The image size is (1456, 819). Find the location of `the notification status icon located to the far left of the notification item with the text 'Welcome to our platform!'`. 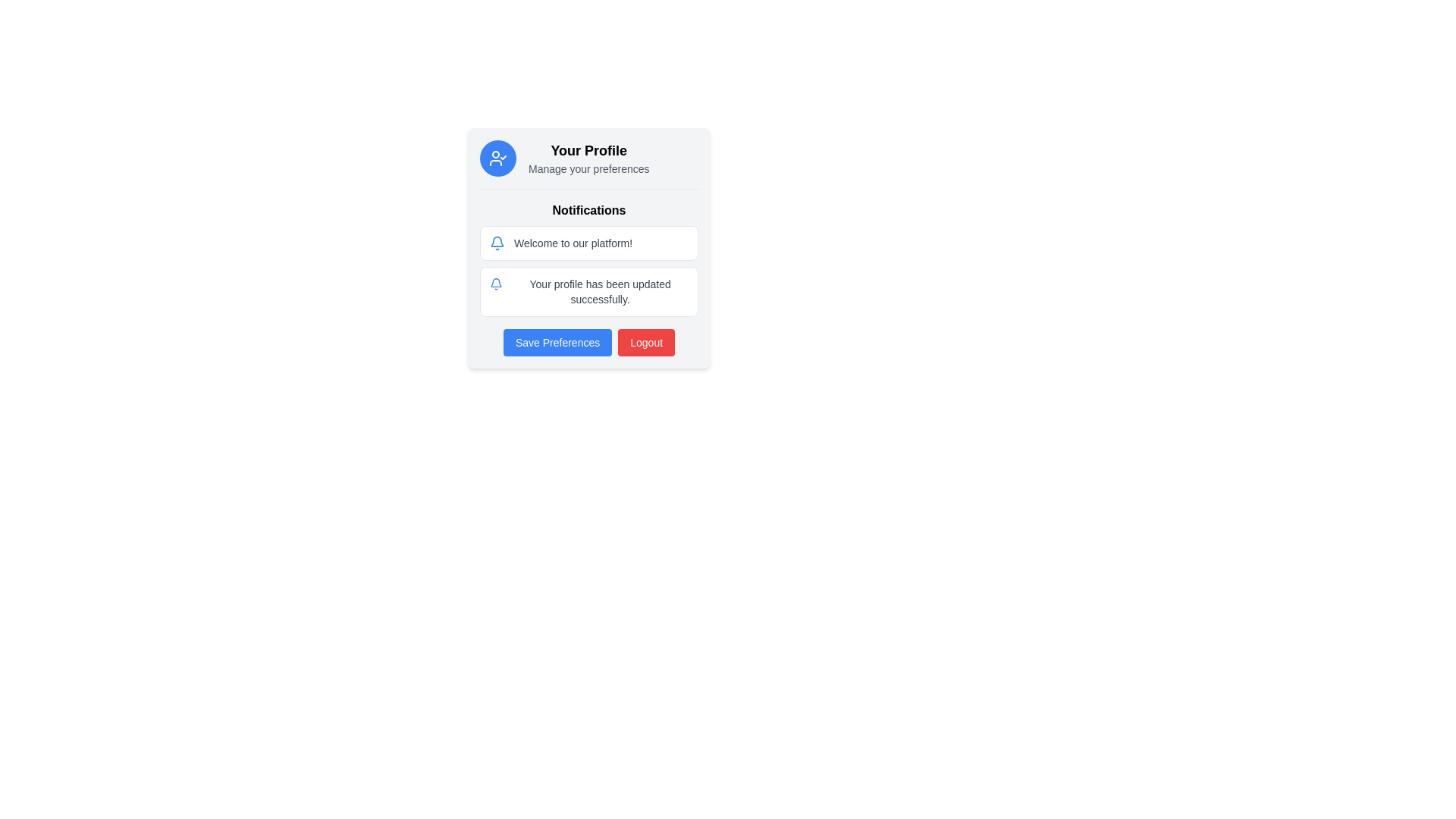

the notification status icon located to the far left of the notification item with the text 'Welcome to our platform!' is located at coordinates (497, 242).